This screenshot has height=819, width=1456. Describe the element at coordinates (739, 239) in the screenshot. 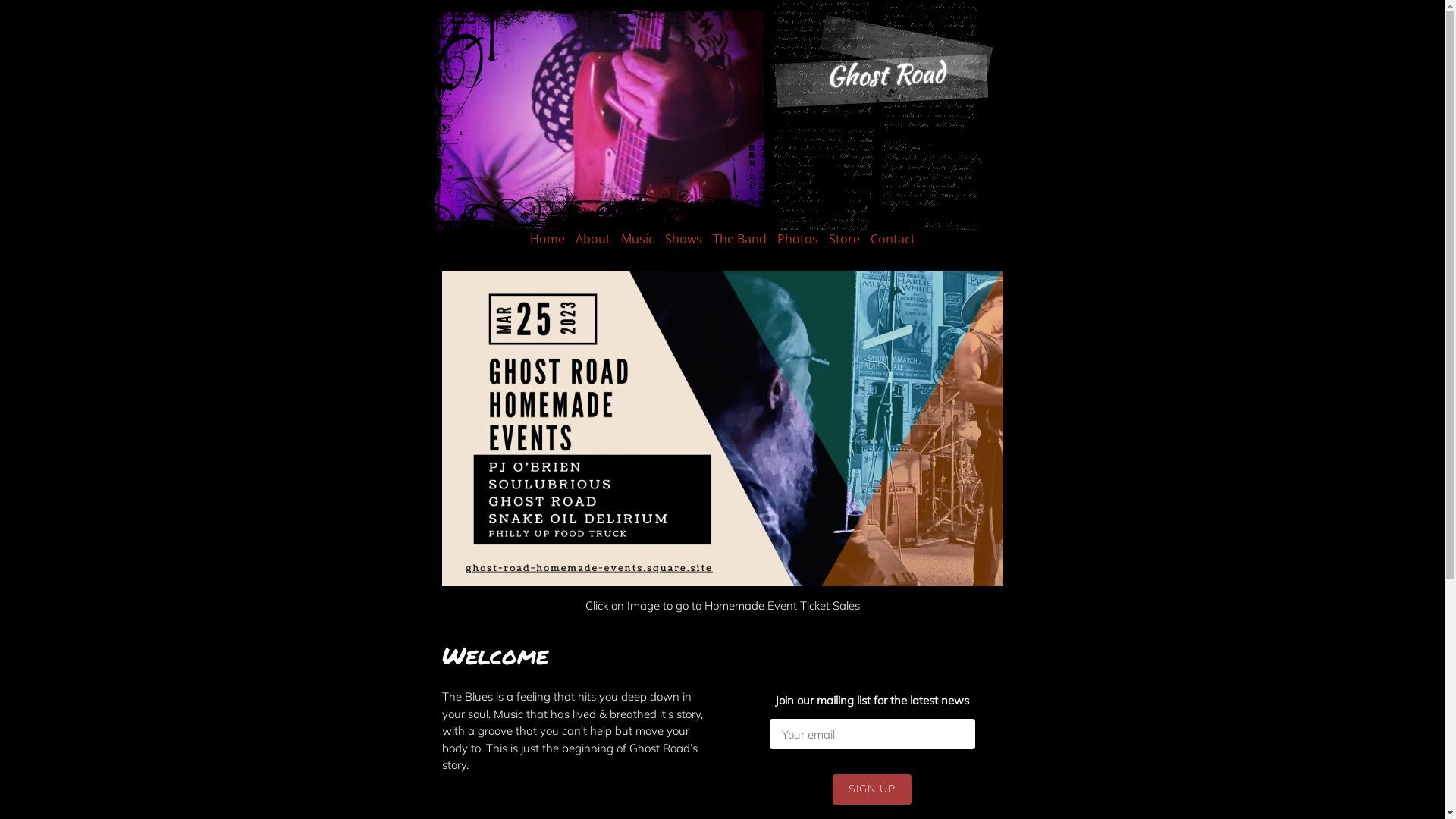

I see `'The Band'` at that location.